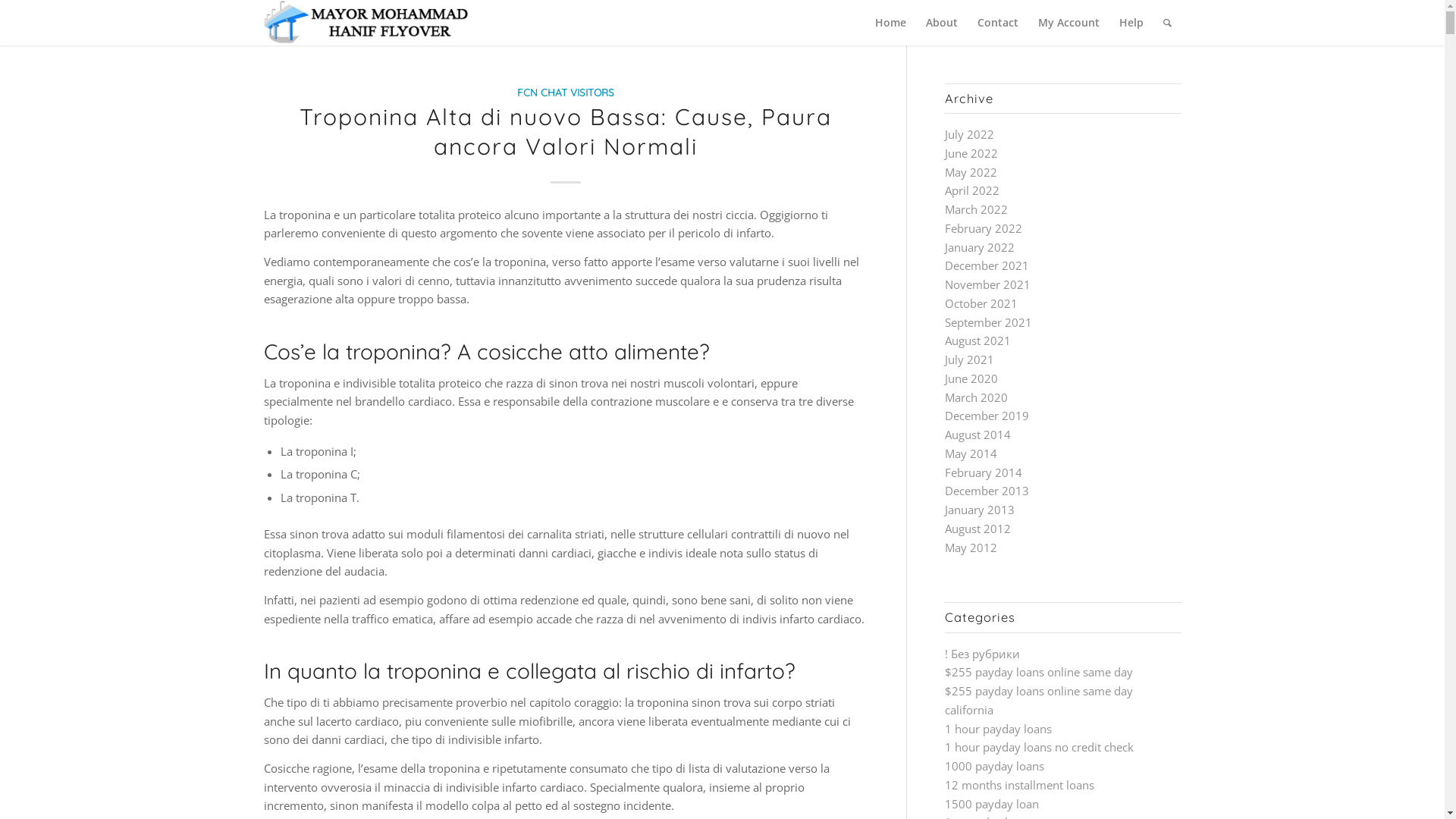 Image resolution: width=1456 pixels, height=819 pixels. What do you see at coordinates (1038, 745) in the screenshot?
I see `'1 hour payday loans no credit check'` at bounding box center [1038, 745].